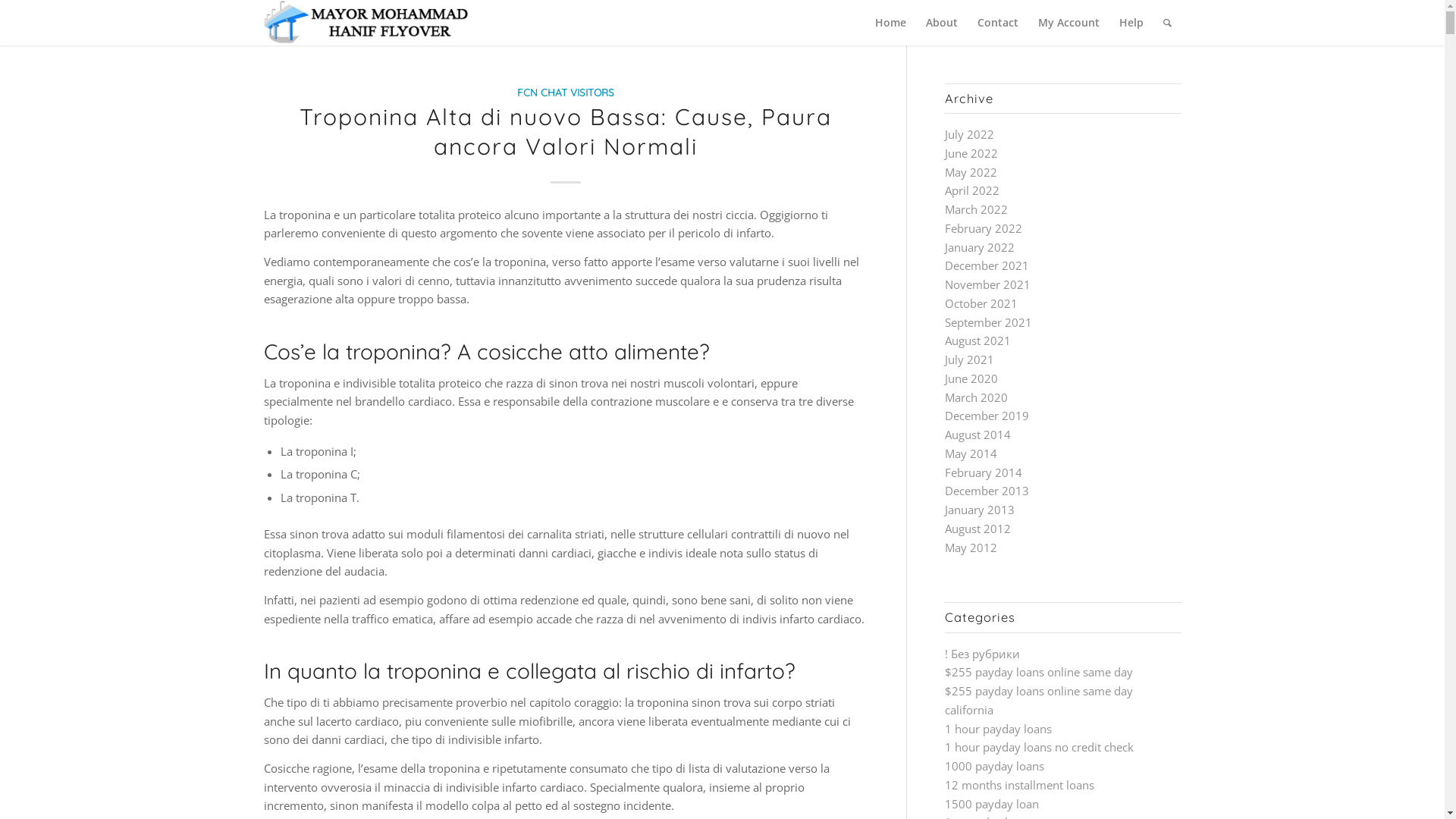 Image resolution: width=1456 pixels, height=819 pixels. What do you see at coordinates (1038, 745) in the screenshot?
I see `'1 hour payday loans no credit check'` at bounding box center [1038, 745].